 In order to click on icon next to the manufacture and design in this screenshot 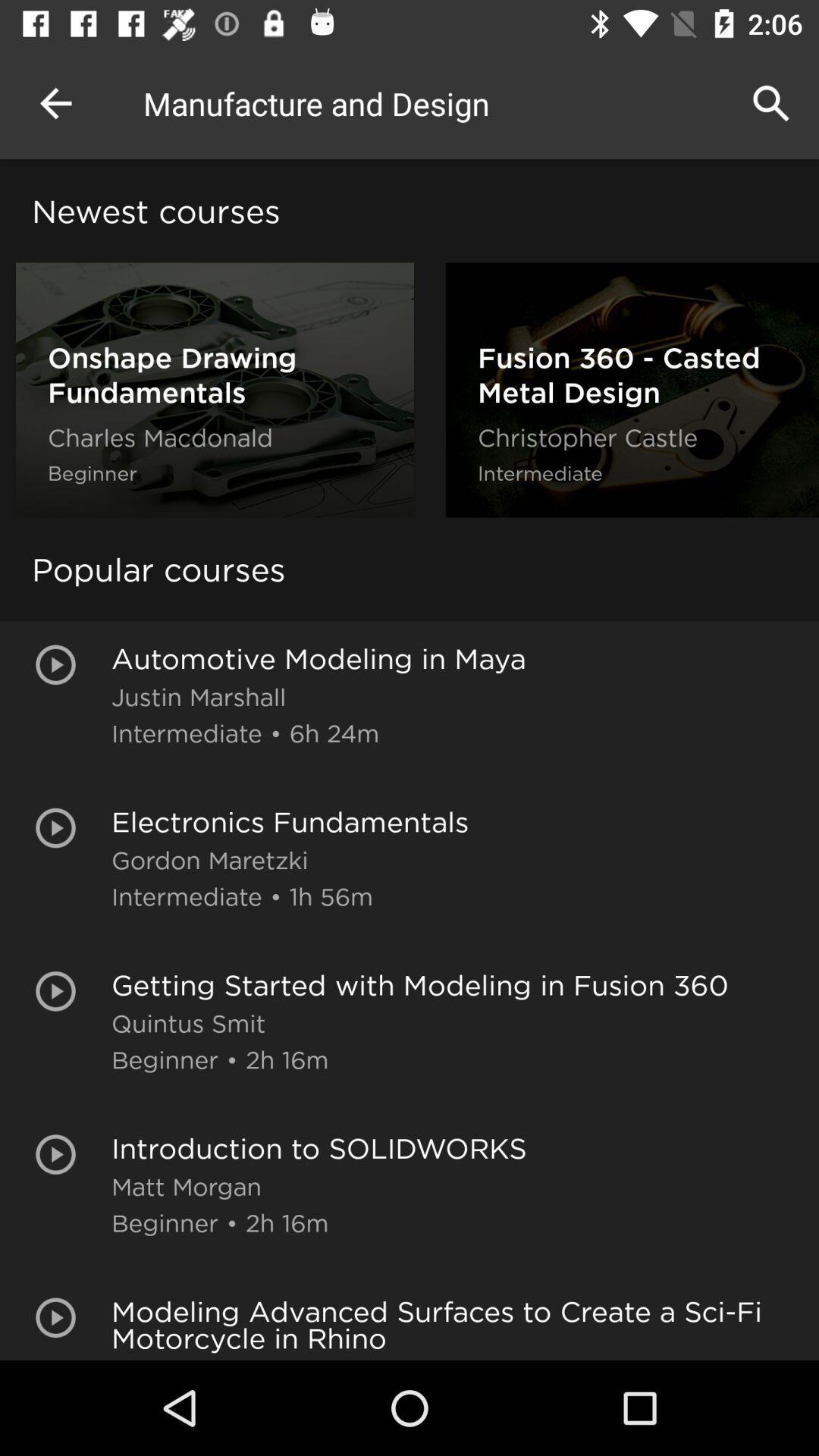, I will do `click(55, 102)`.